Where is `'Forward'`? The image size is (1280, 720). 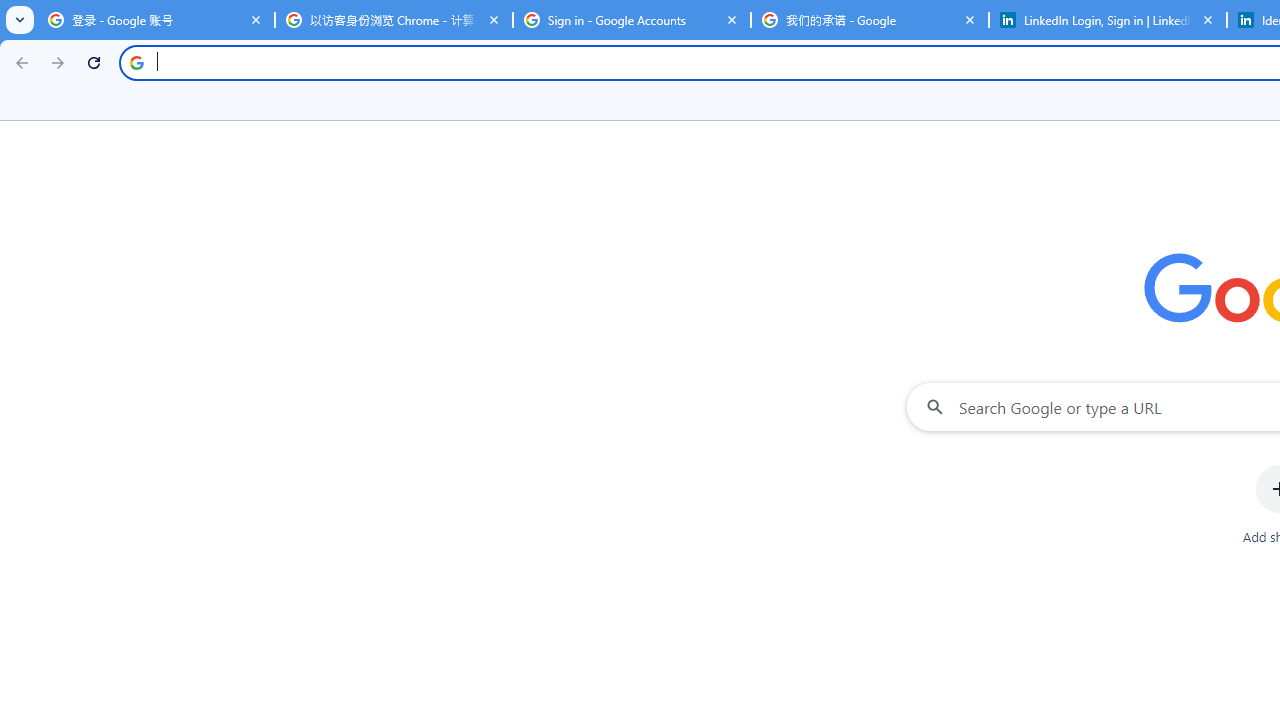 'Forward' is located at coordinates (58, 61).